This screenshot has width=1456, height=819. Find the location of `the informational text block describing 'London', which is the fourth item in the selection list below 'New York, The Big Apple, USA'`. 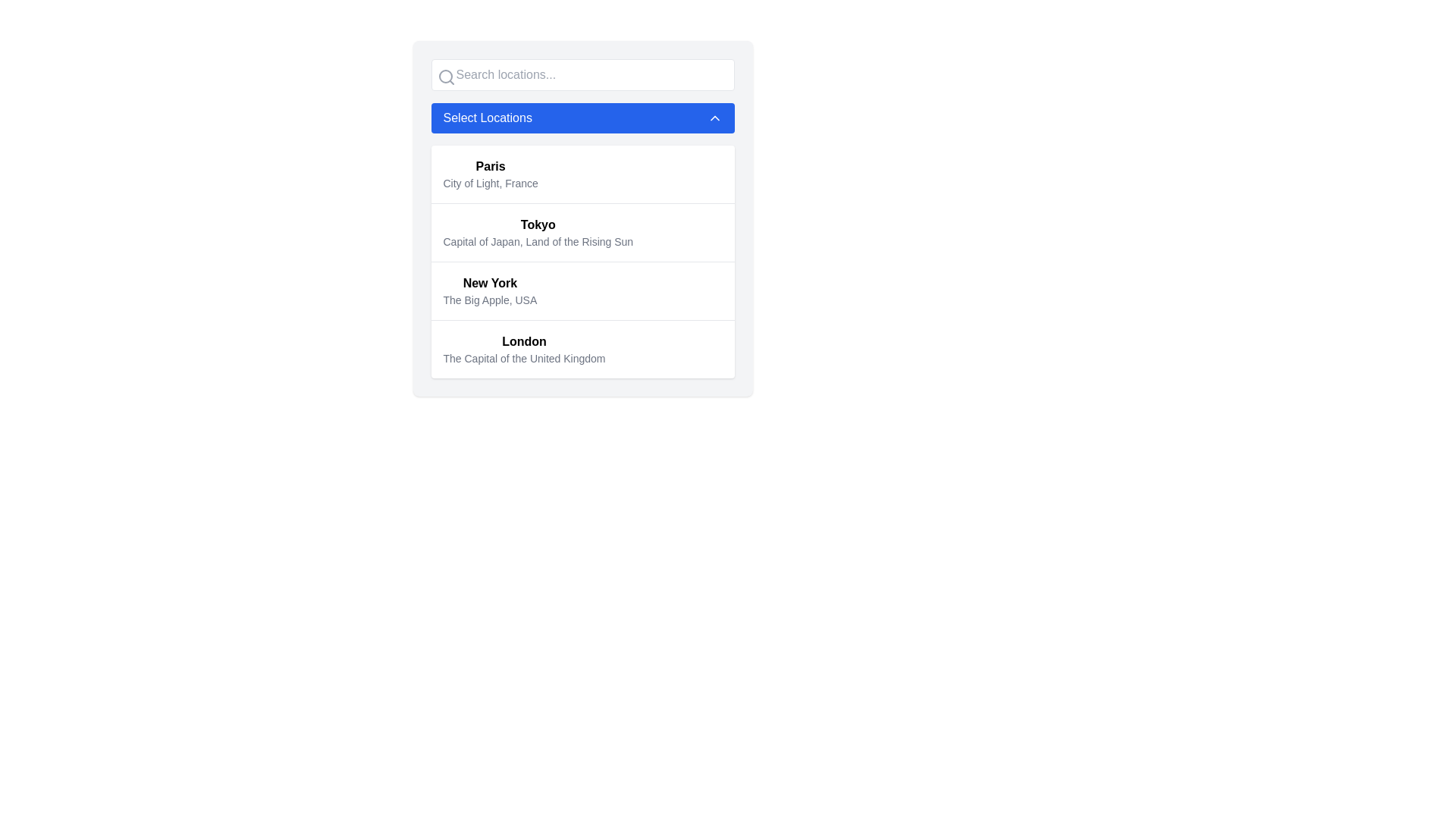

the informational text block describing 'London', which is the fourth item in the selection list below 'New York, The Big Apple, USA' is located at coordinates (524, 350).